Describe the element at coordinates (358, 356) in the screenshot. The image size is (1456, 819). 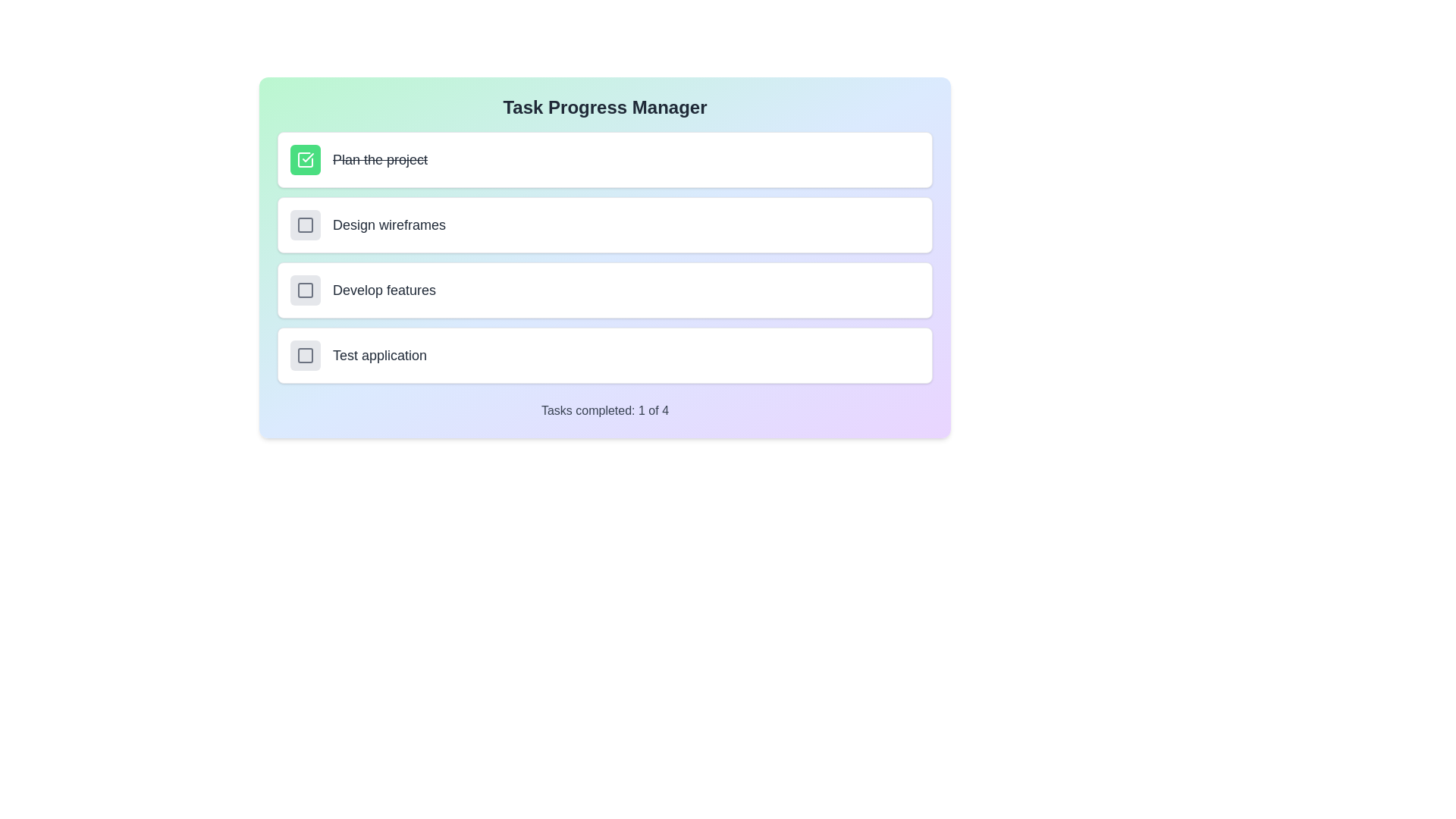
I see `the text label of the last task item in the task manager interface` at that location.